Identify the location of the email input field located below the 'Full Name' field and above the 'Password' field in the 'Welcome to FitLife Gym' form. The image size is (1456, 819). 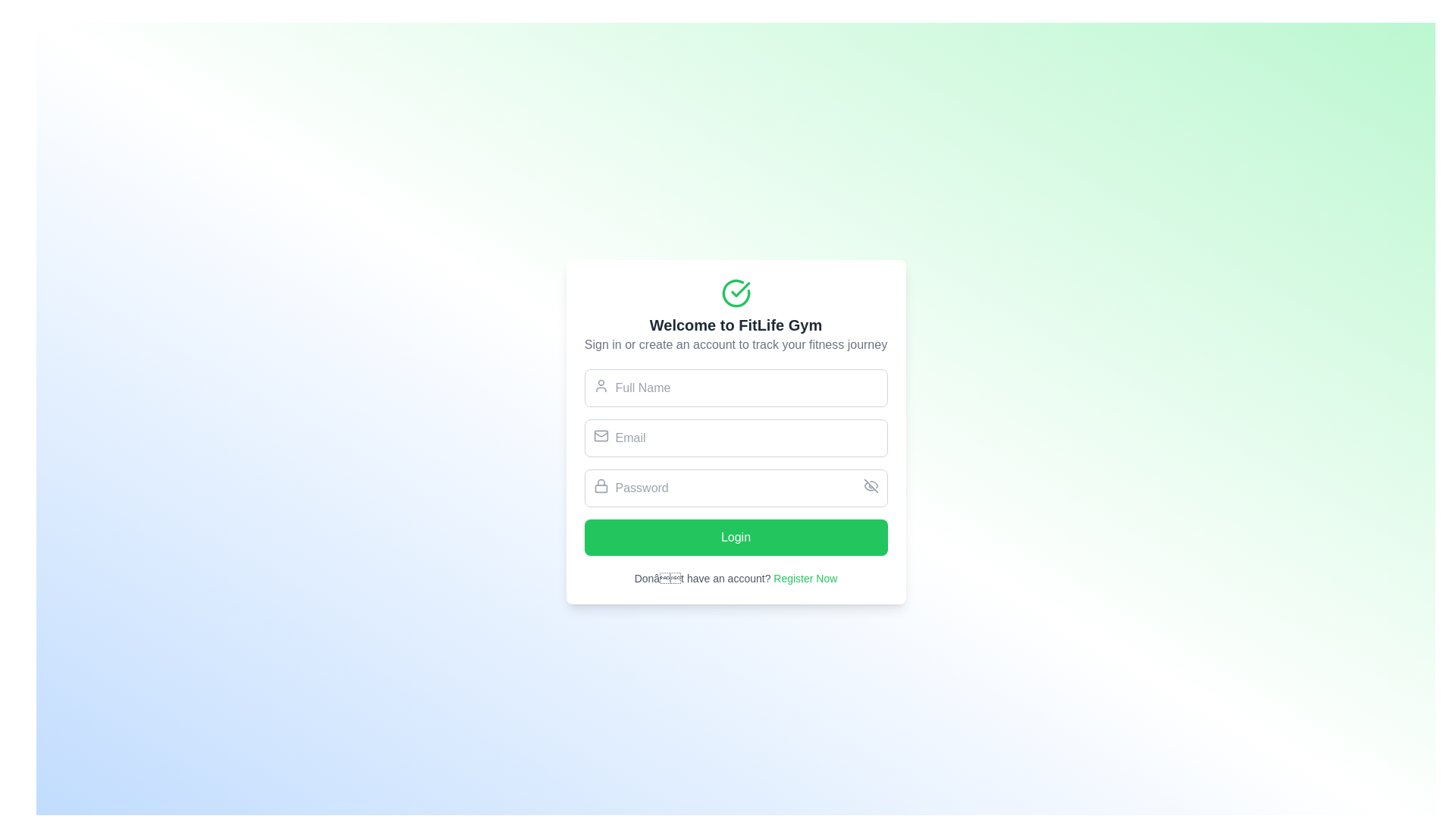
(736, 438).